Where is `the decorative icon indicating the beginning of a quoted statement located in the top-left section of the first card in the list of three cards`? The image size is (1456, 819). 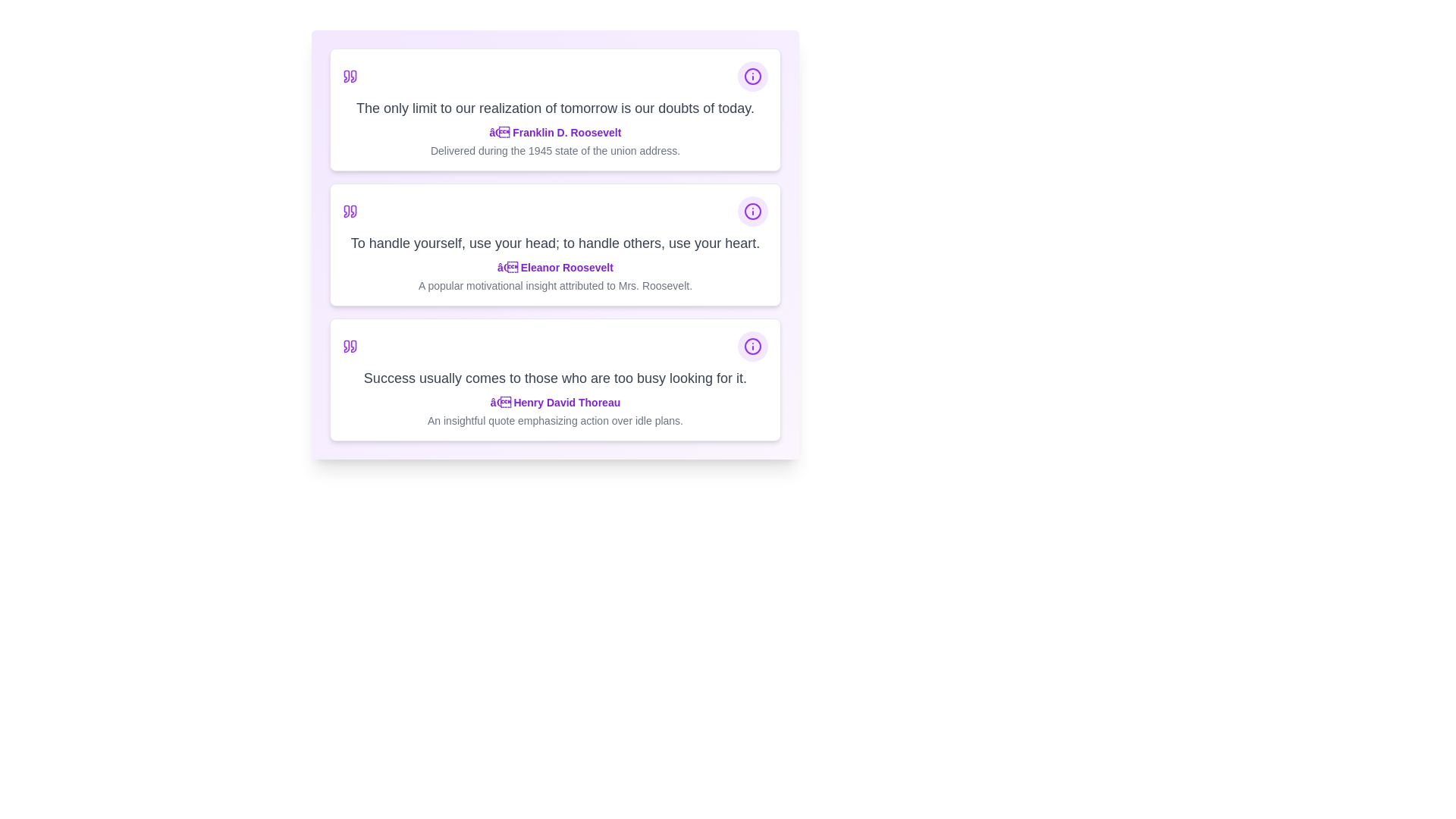
the decorative icon indicating the beginning of a quoted statement located in the top-left section of the first card in the list of three cards is located at coordinates (346, 76).